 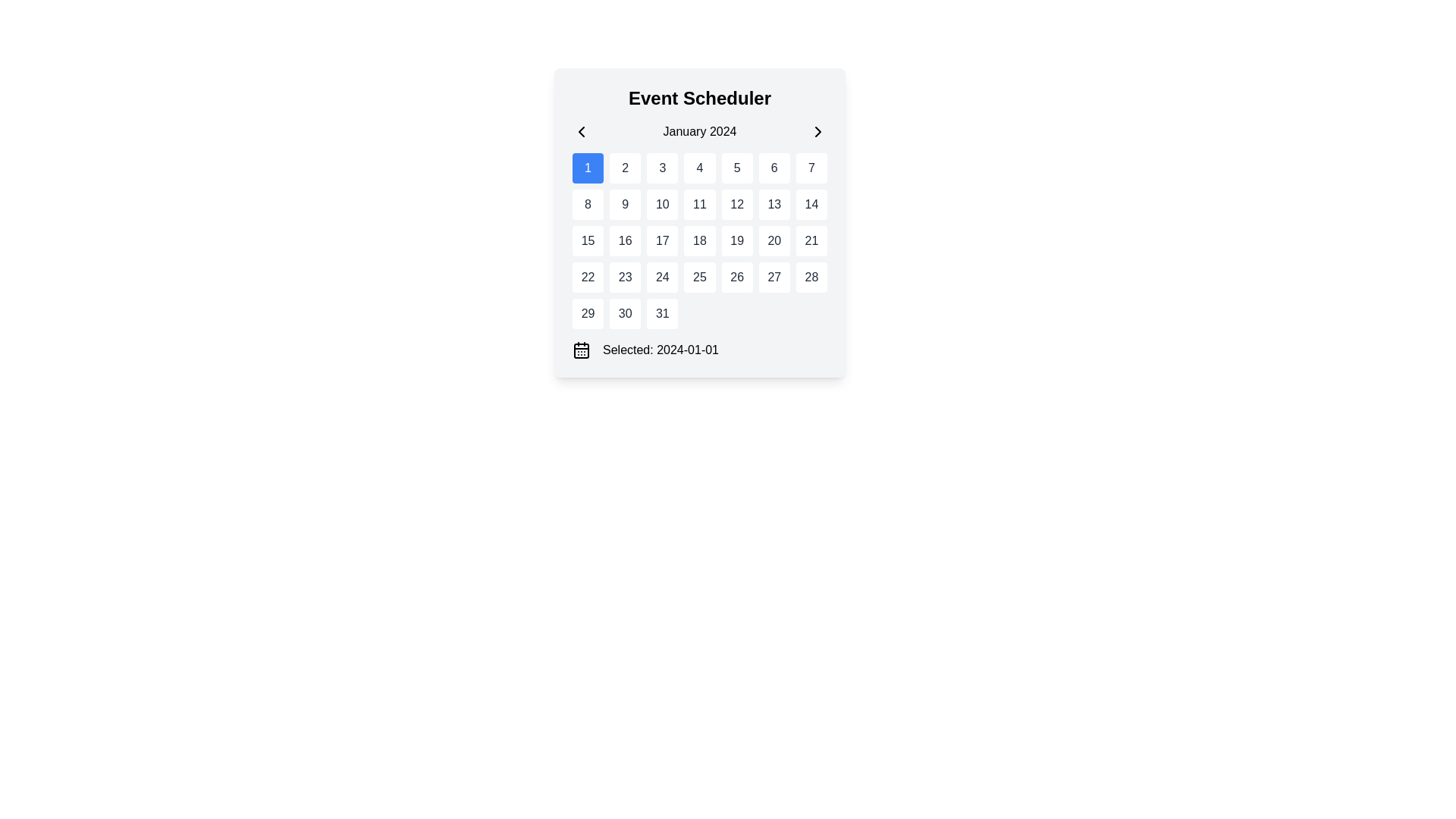 What do you see at coordinates (698, 130) in the screenshot?
I see `the Date Navigator Header, which displays the current month and year in the calendar interface, located below 'Event Scheduler' and above the calendar grid` at bounding box center [698, 130].